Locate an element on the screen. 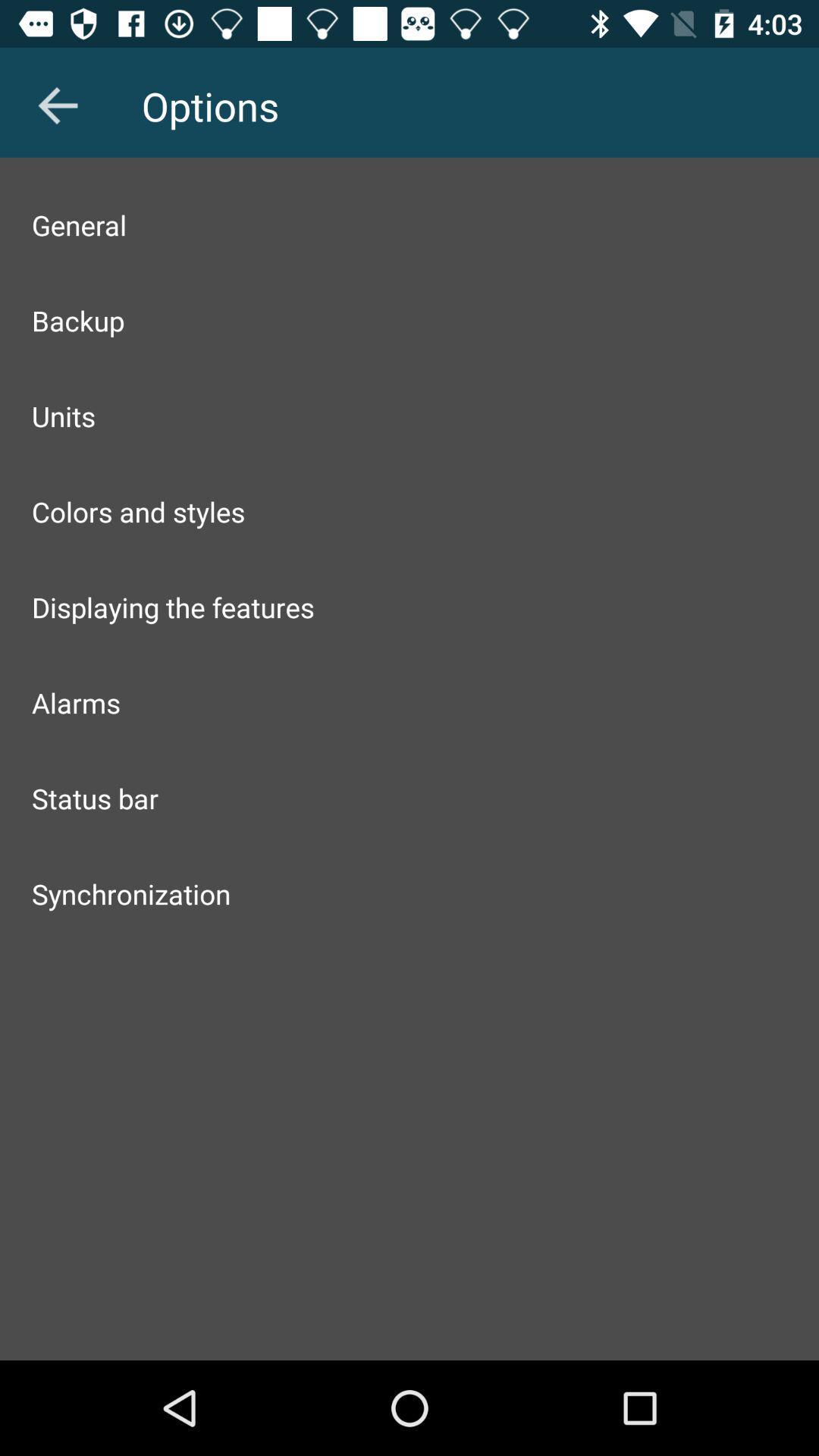 The image size is (819, 1456). the icon at the top left corner is located at coordinates (57, 105).